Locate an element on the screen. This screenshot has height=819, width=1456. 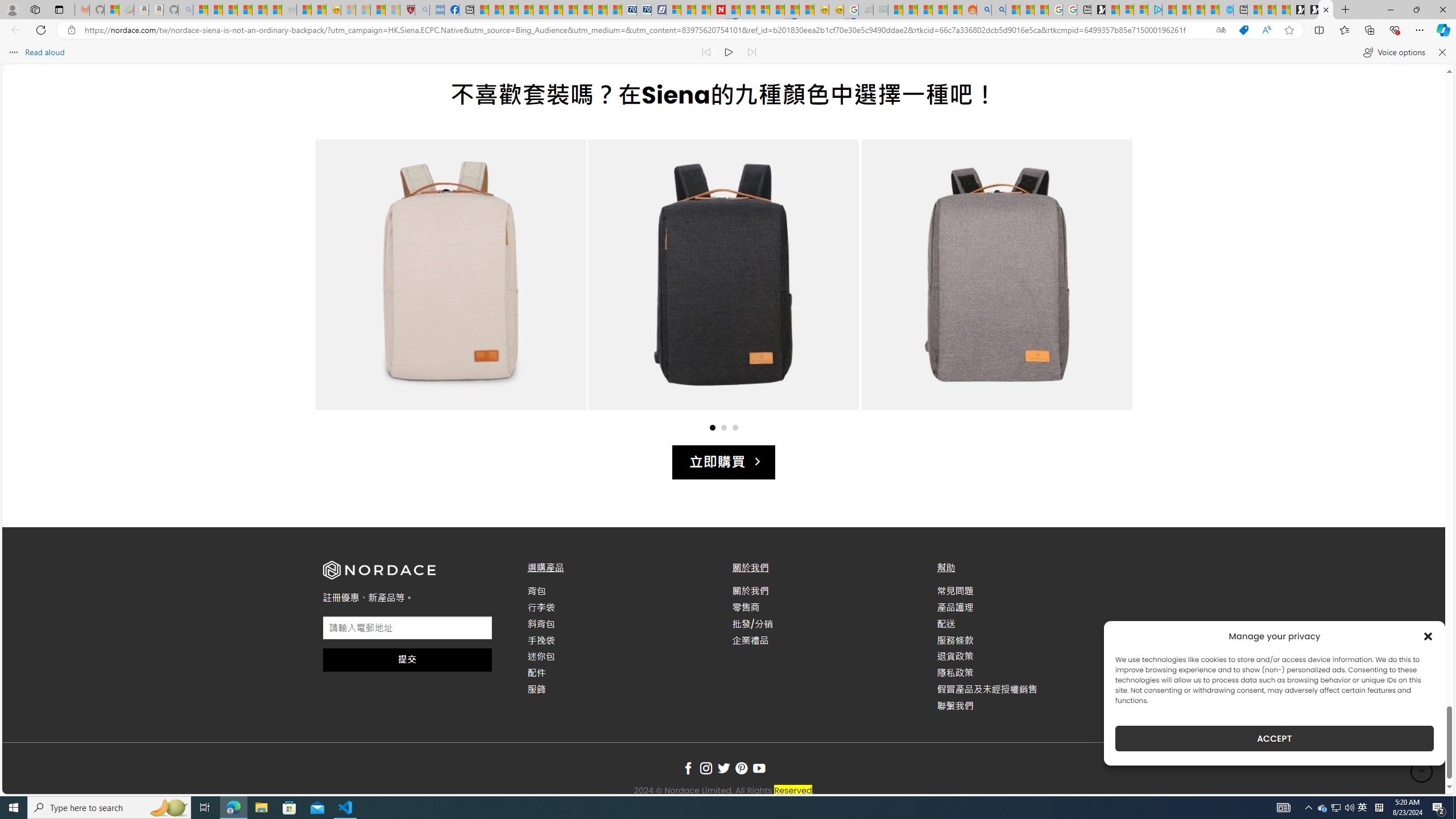
'Page dot 2' is located at coordinates (723, 427).